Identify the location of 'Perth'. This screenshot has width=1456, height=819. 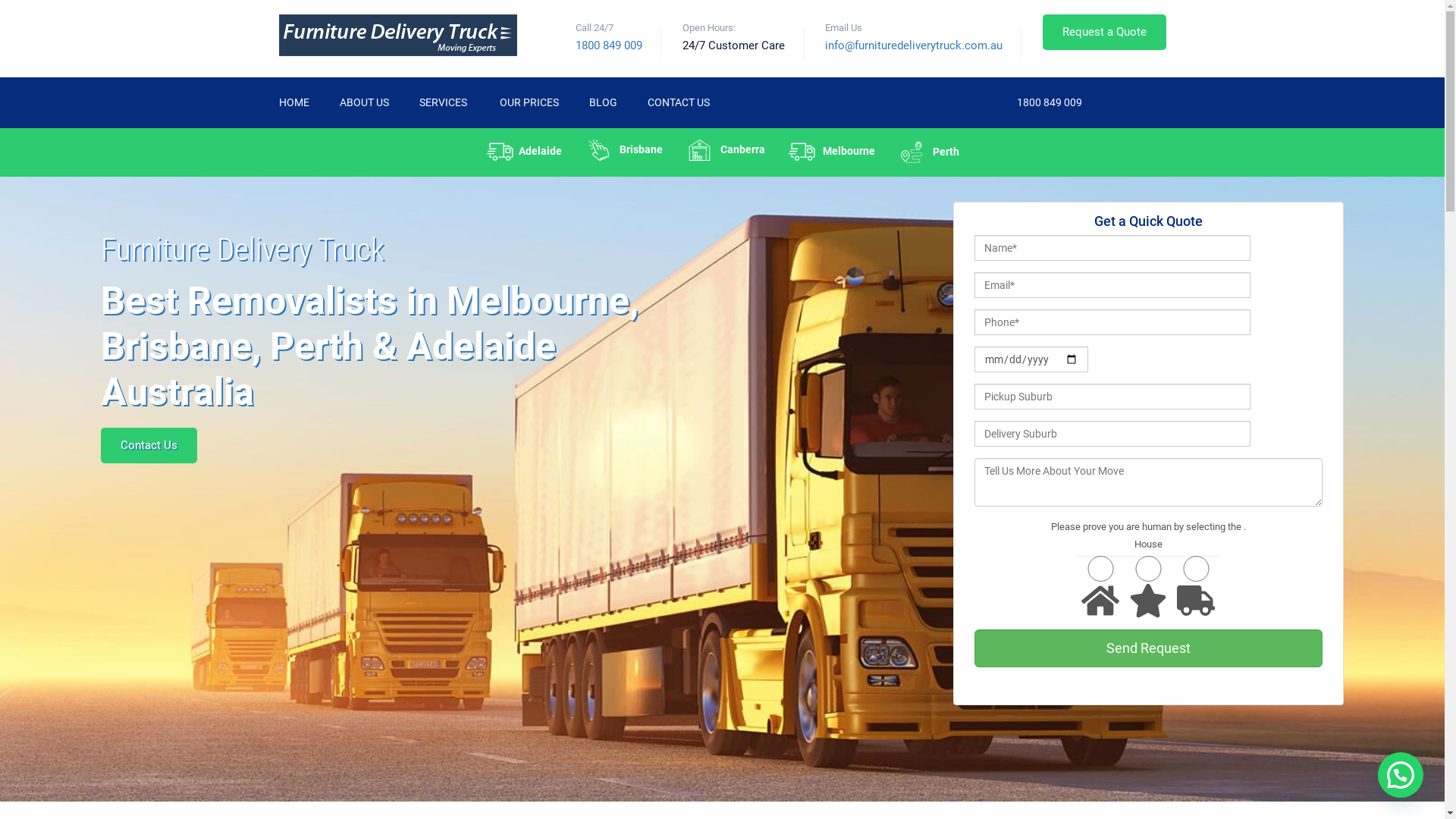
(927, 152).